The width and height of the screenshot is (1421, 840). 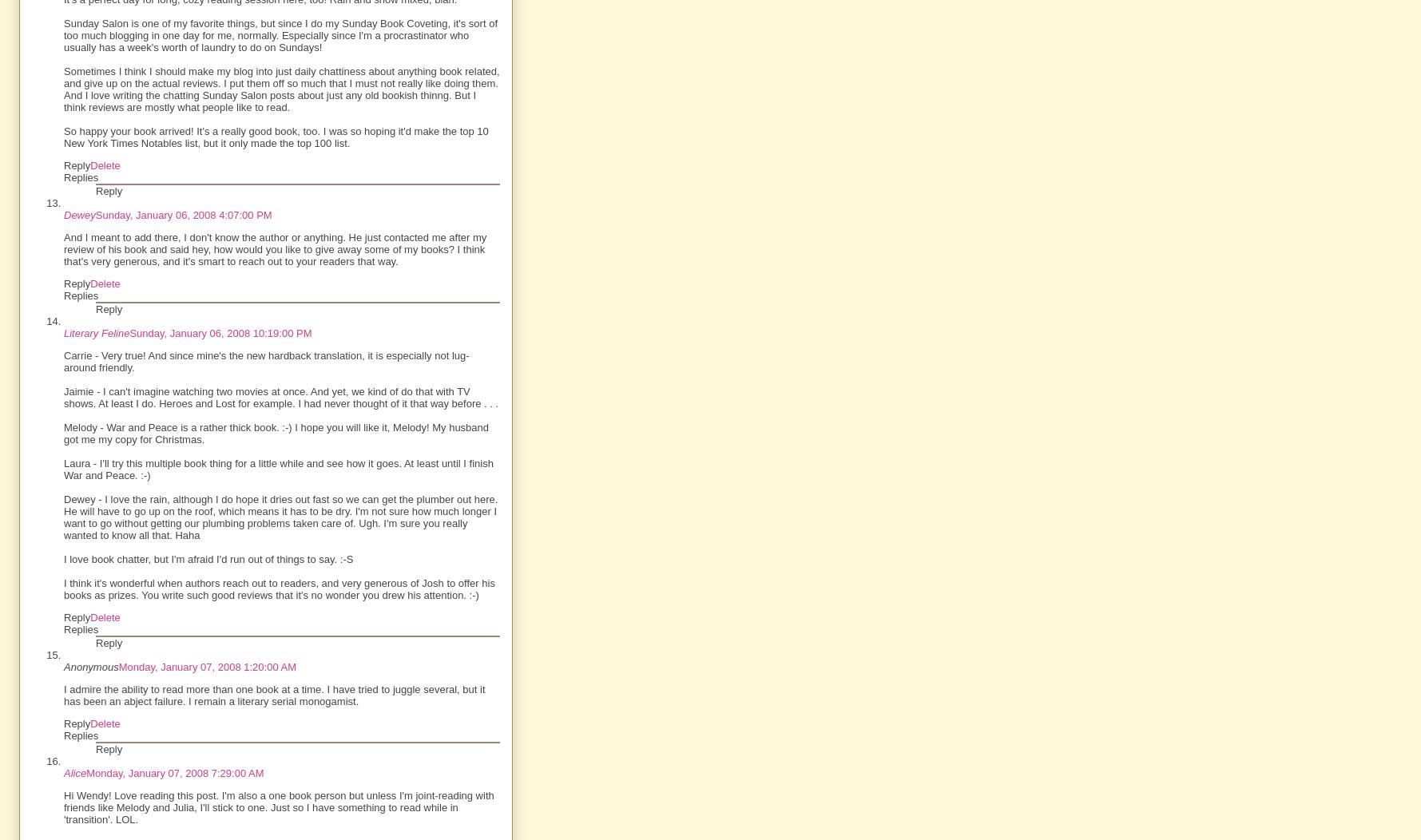 What do you see at coordinates (94, 215) in the screenshot?
I see `'Sunday, January 06, 2008 4:07:00 PM'` at bounding box center [94, 215].